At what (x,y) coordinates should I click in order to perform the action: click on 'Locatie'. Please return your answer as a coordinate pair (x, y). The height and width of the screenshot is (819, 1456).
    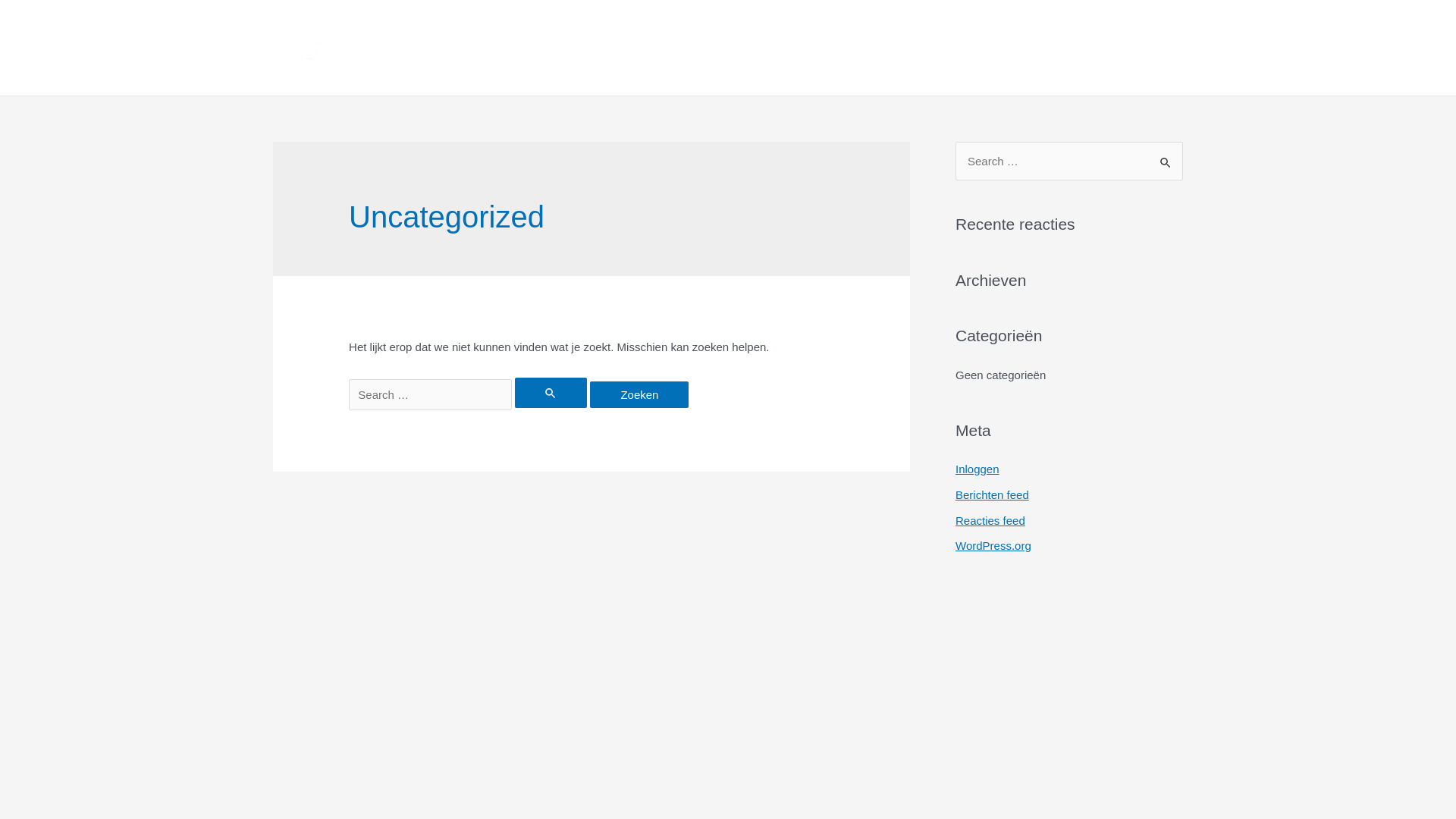
    Looking at the image, I should click on (989, 46).